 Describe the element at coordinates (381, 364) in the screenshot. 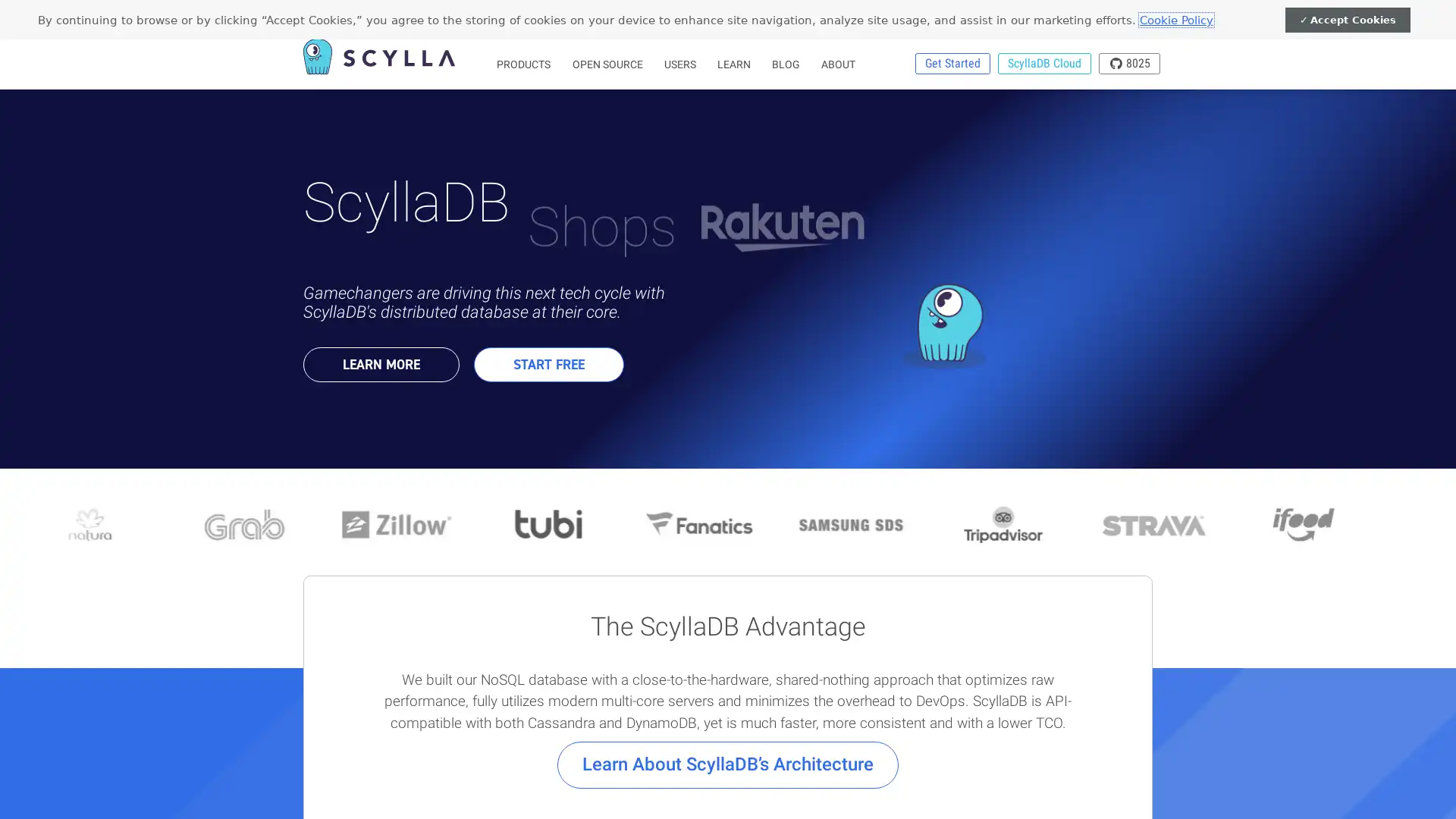

I see `LEARN MORE` at that location.